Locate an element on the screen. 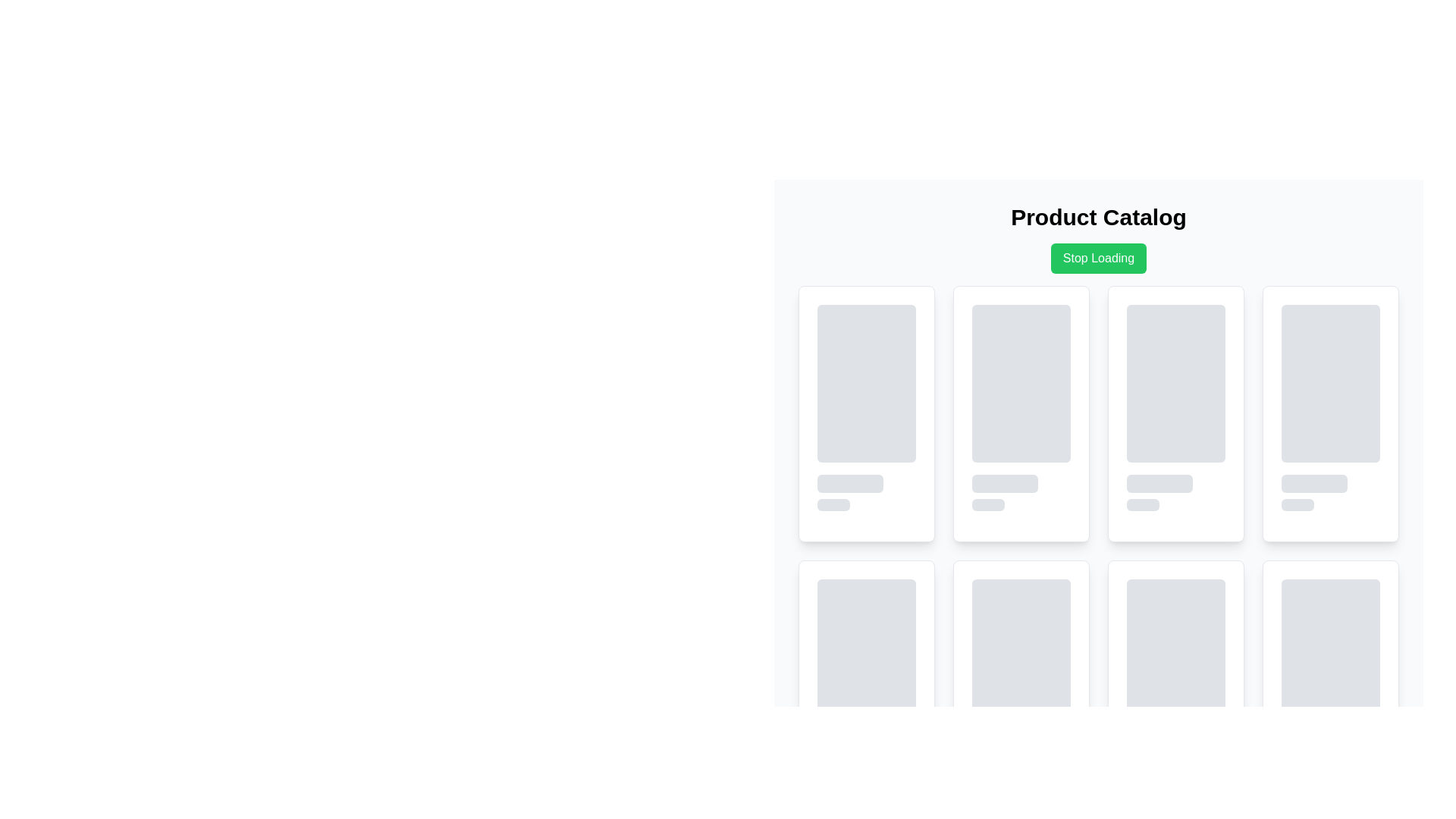 The image size is (1456, 819). the card in the second row and first column of the grid layout is located at coordinates (866, 688).